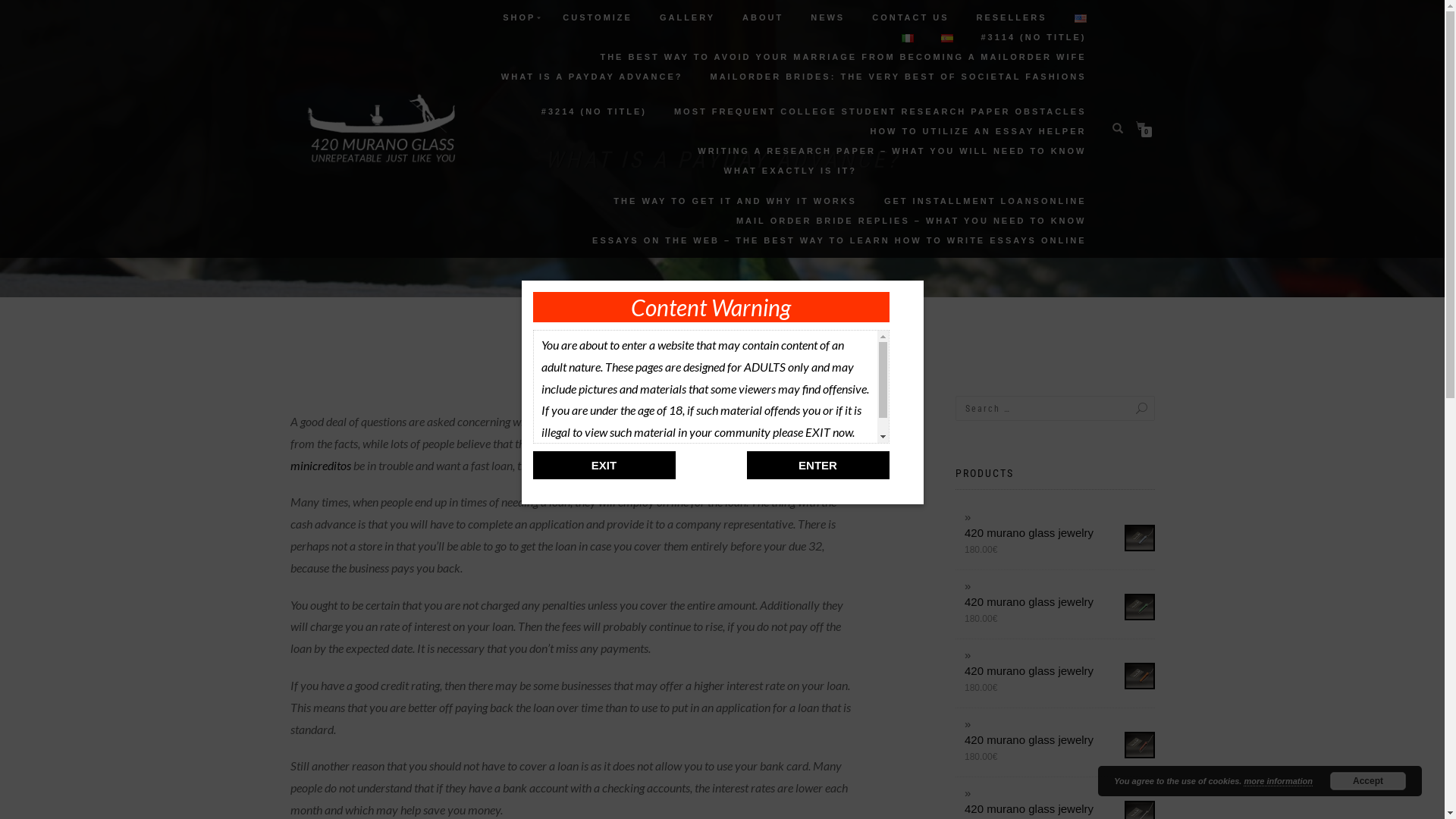  What do you see at coordinates (1059, 808) in the screenshot?
I see `'420 murano glass jewelry'` at bounding box center [1059, 808].